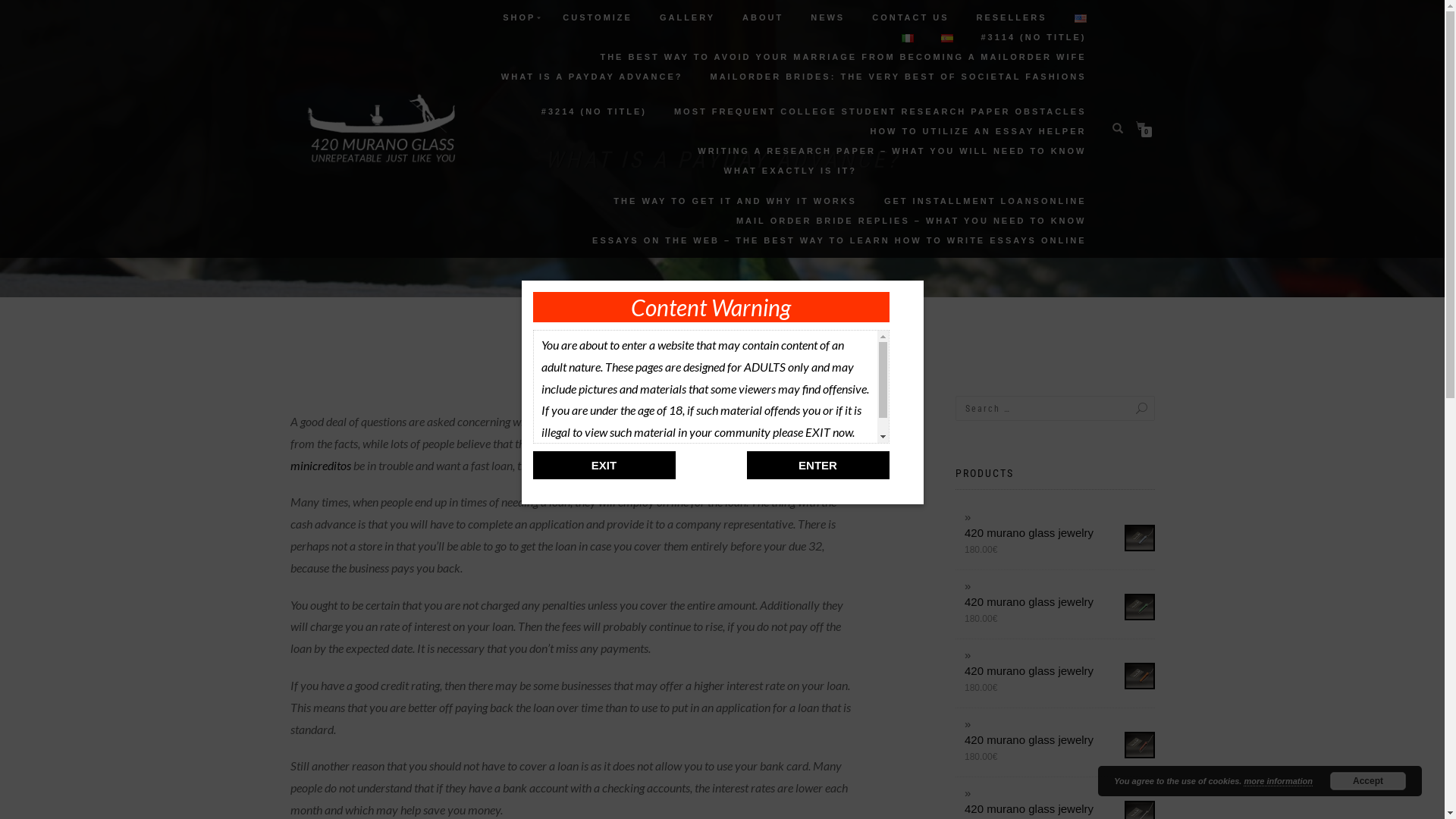  What do you see at coordinates (1059, 808) in the screenshot?
I see `'420 murano glass jewelry'` at bounding box center [1059, 808].